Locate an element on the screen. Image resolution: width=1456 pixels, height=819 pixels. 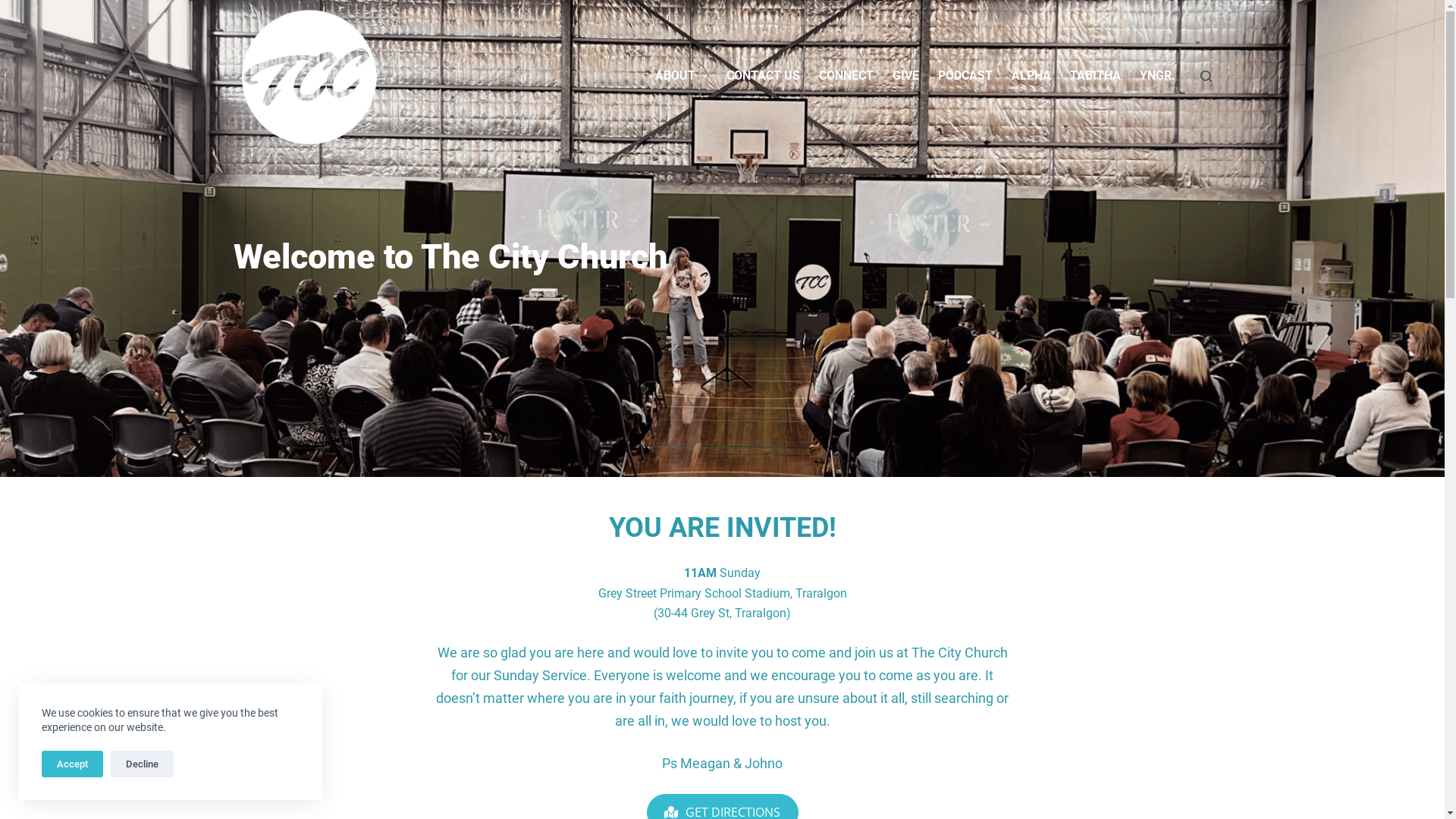
'Give' is located at coordinates (245, 653).